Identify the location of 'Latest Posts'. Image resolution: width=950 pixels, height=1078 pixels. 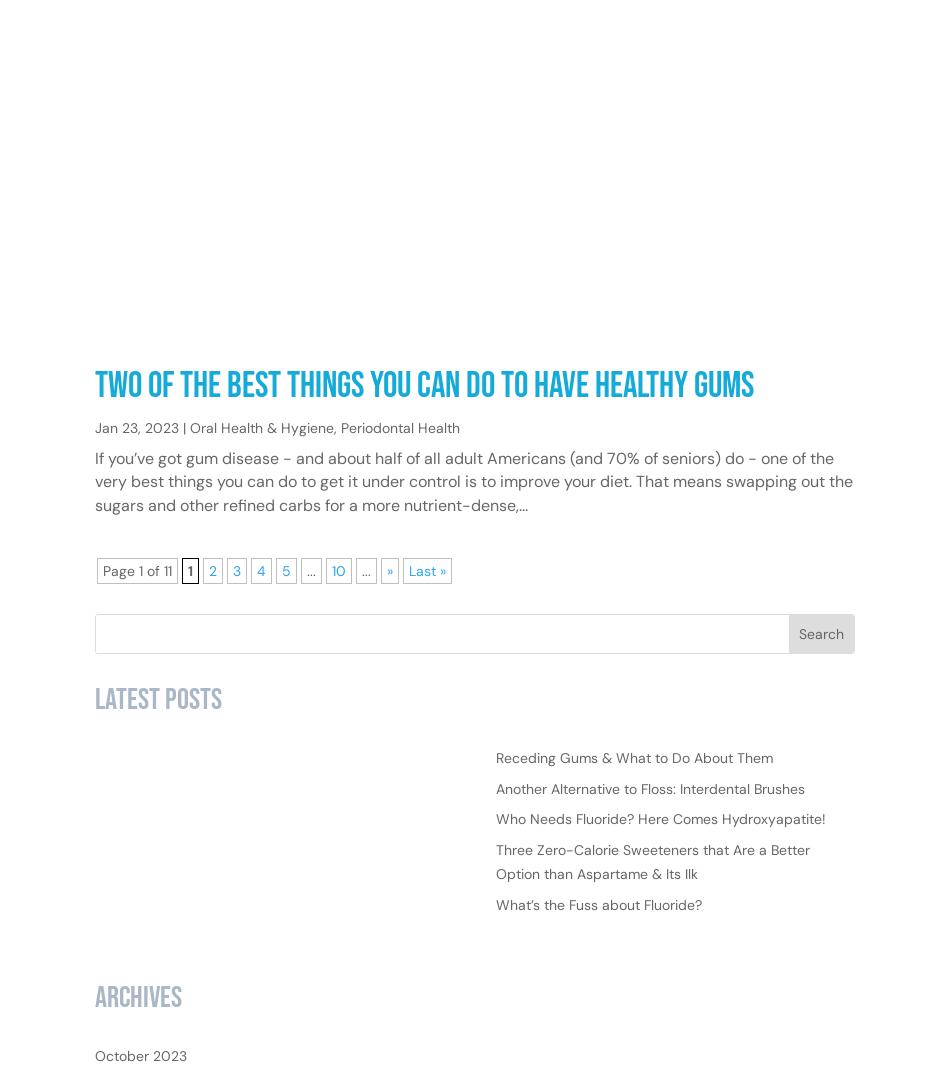
(158, 763).